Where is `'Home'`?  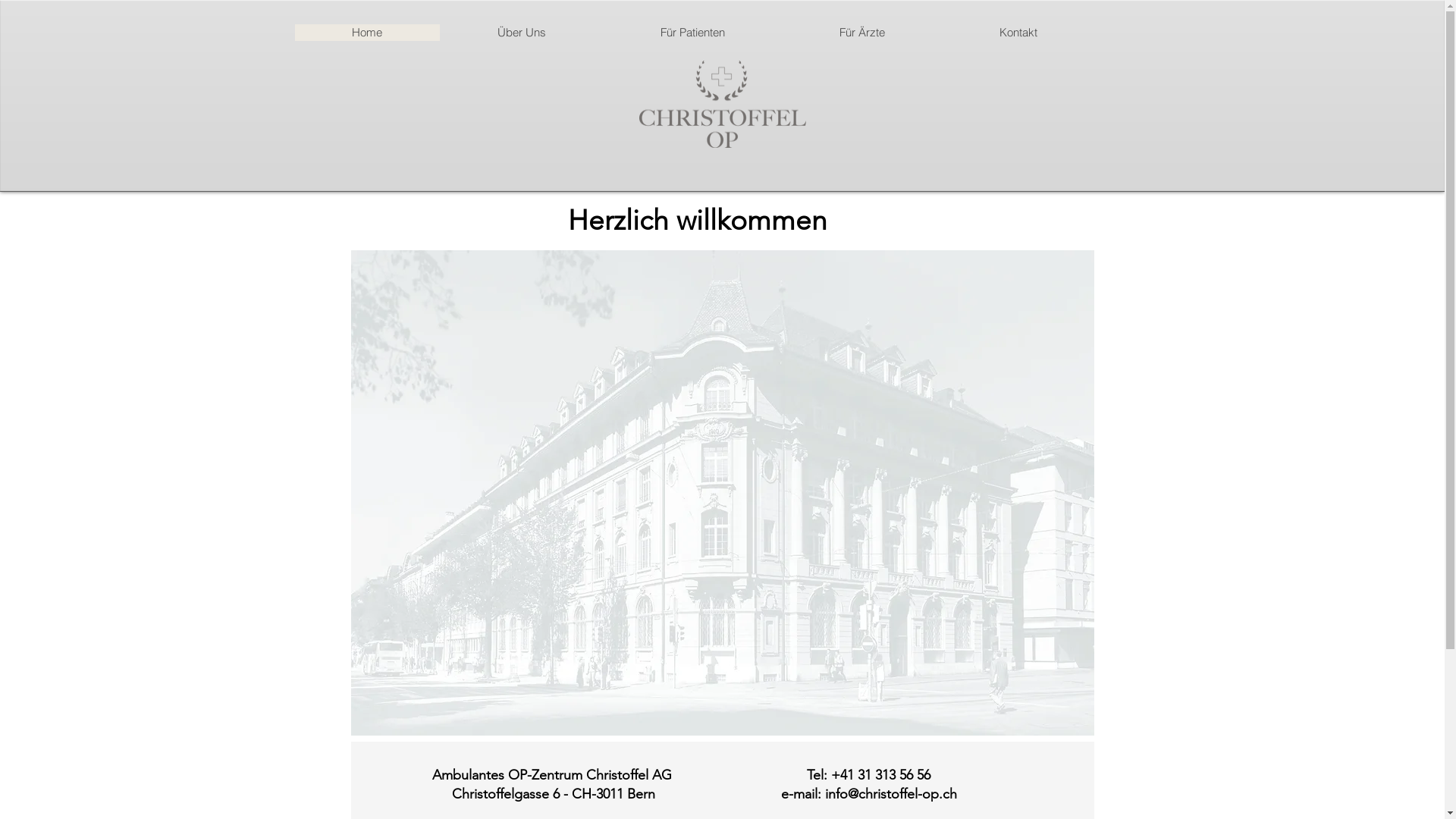
'Home' is located at coordinates (294, 32).